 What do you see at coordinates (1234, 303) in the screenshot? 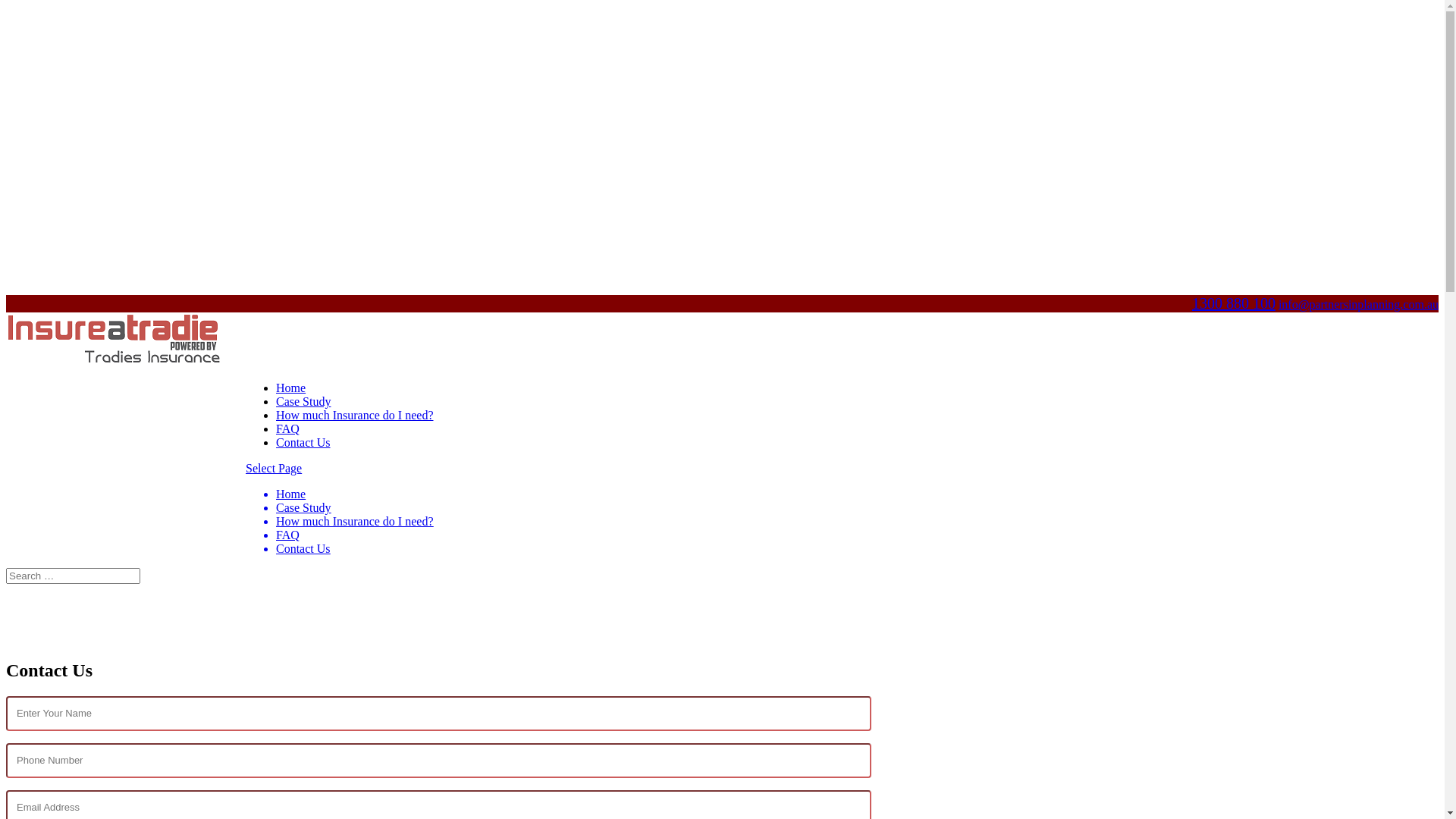
I see `'1300 880 100'` at bounding box center [1234, 303].